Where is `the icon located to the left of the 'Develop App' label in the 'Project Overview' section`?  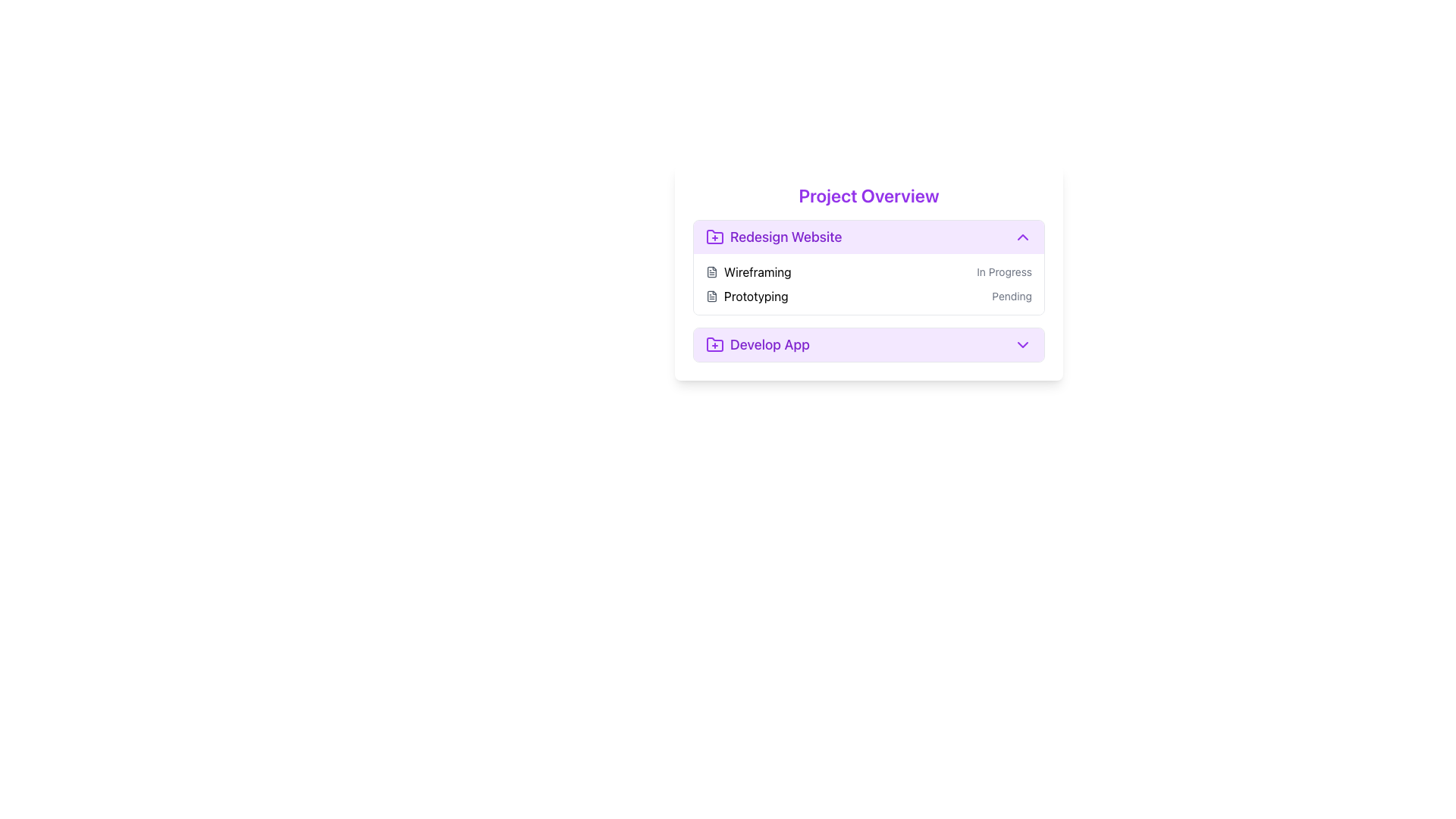 the icon located to the left of the 'Develop App' label in the 'Project Overview' section is located at coordinates (714, 345).